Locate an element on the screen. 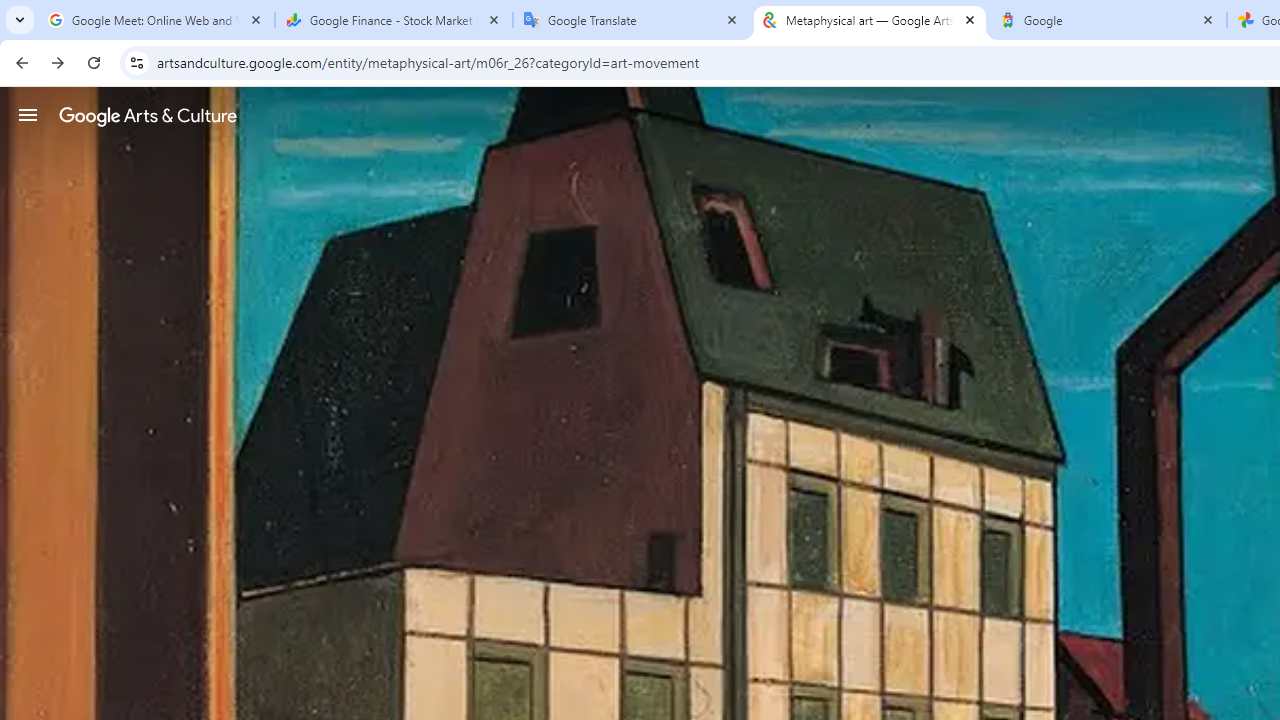 The height and width of the screenshot is (720, 1280). 'Search tabs' is located at coordinates (20, 20).